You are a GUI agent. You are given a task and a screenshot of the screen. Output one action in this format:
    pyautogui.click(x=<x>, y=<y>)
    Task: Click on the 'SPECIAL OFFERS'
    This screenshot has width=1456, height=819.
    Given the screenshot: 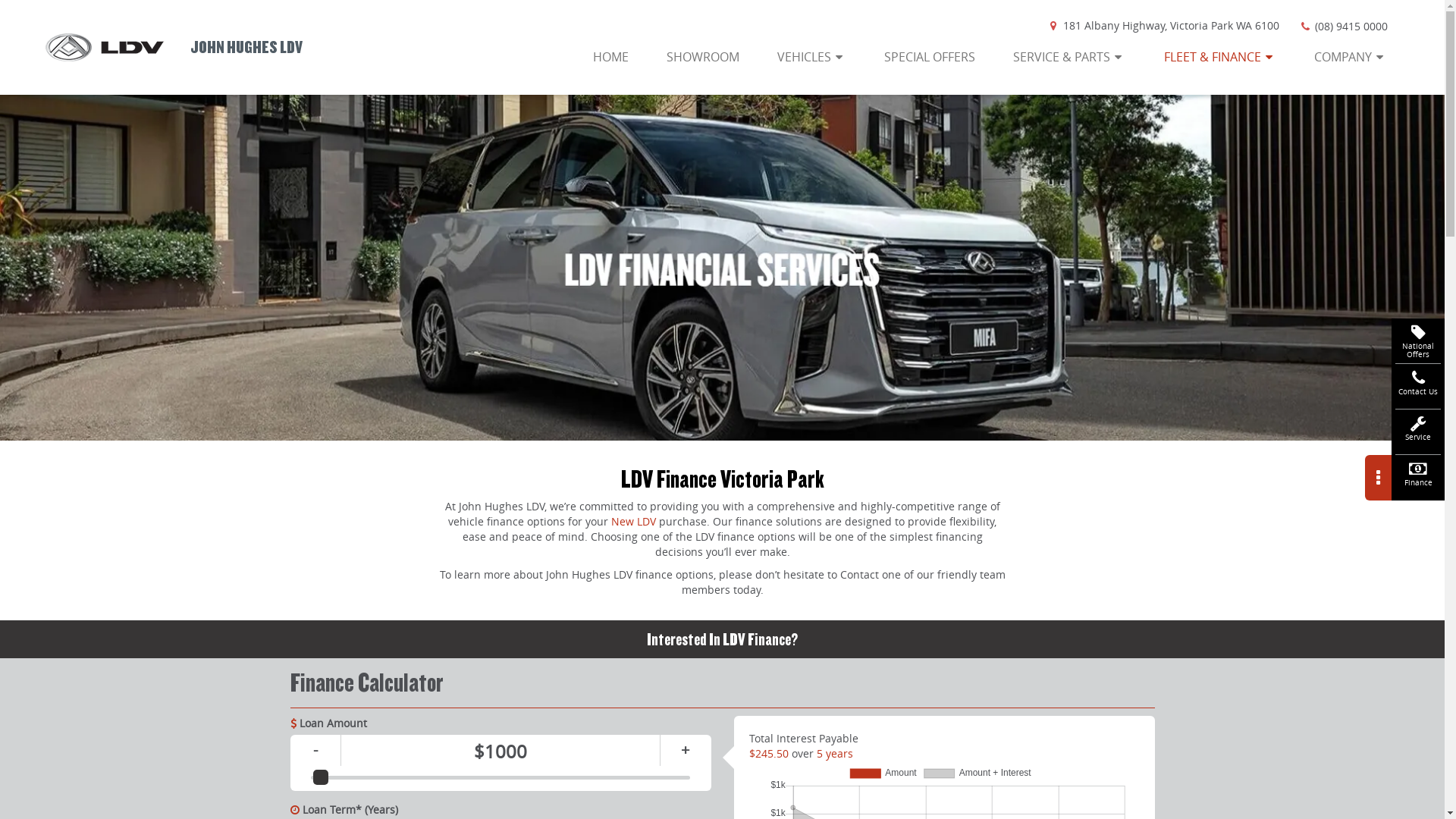 What is the action you would take?
    pyautogui.click(x=865, y=55)
    